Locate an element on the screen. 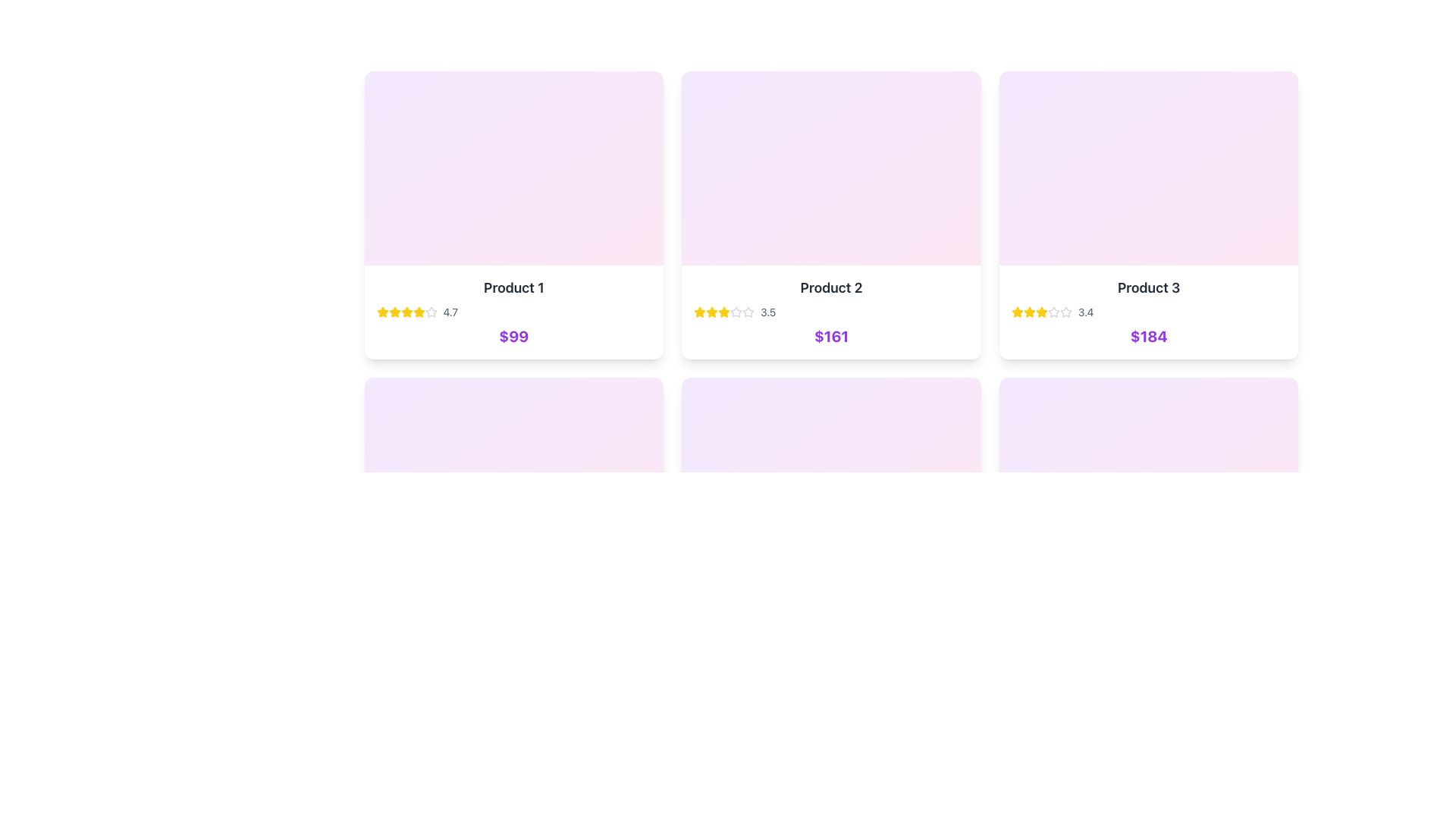 This screenshot has width=1456, height=819. the bold, purple-colored price label displaying '$99' located at the bottom of the product card for 'Product 1' is located at coordinates (513, 335).